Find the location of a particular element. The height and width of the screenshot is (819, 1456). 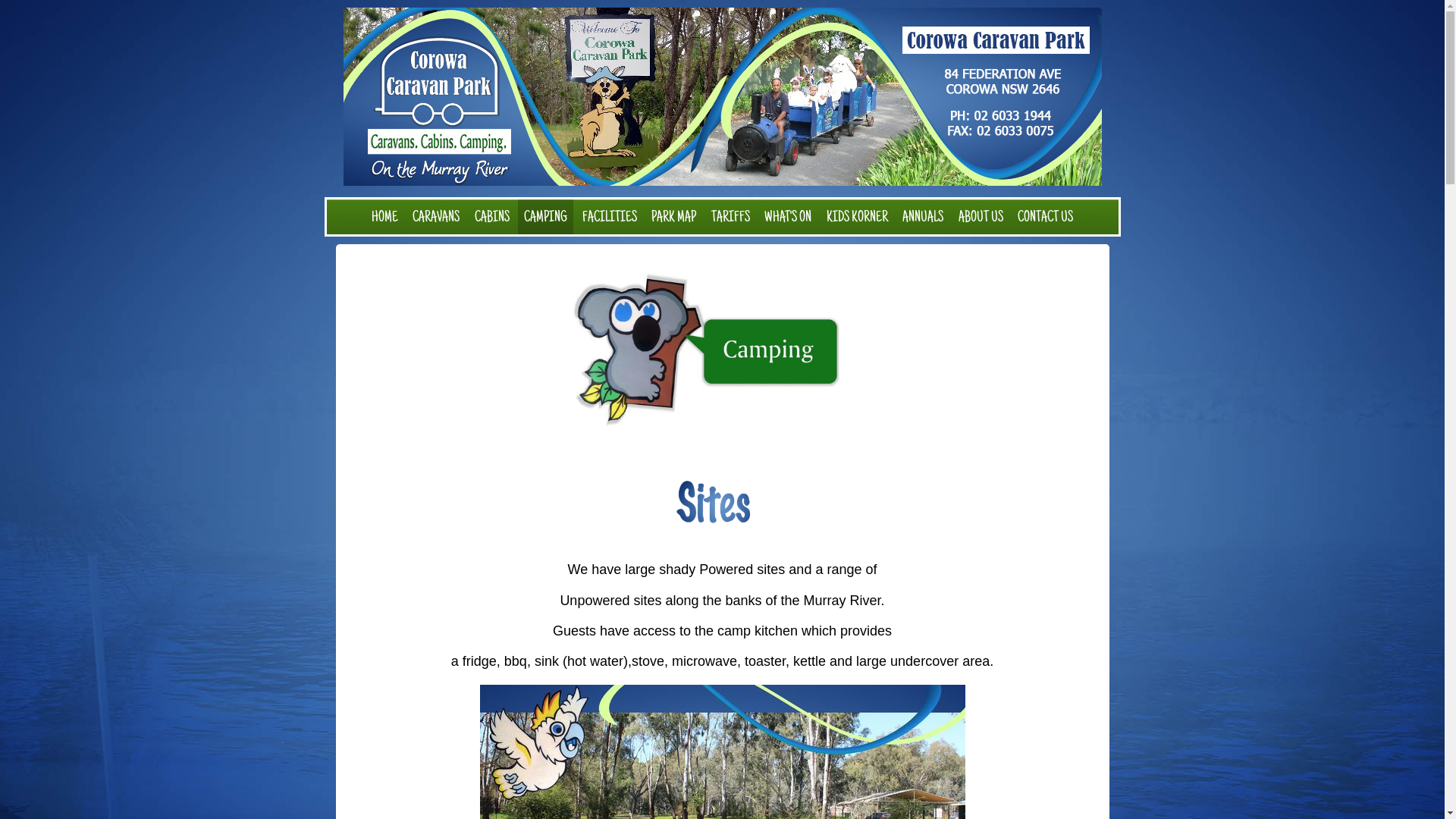

'FACILITIES' is located at coordinates (609, 217).